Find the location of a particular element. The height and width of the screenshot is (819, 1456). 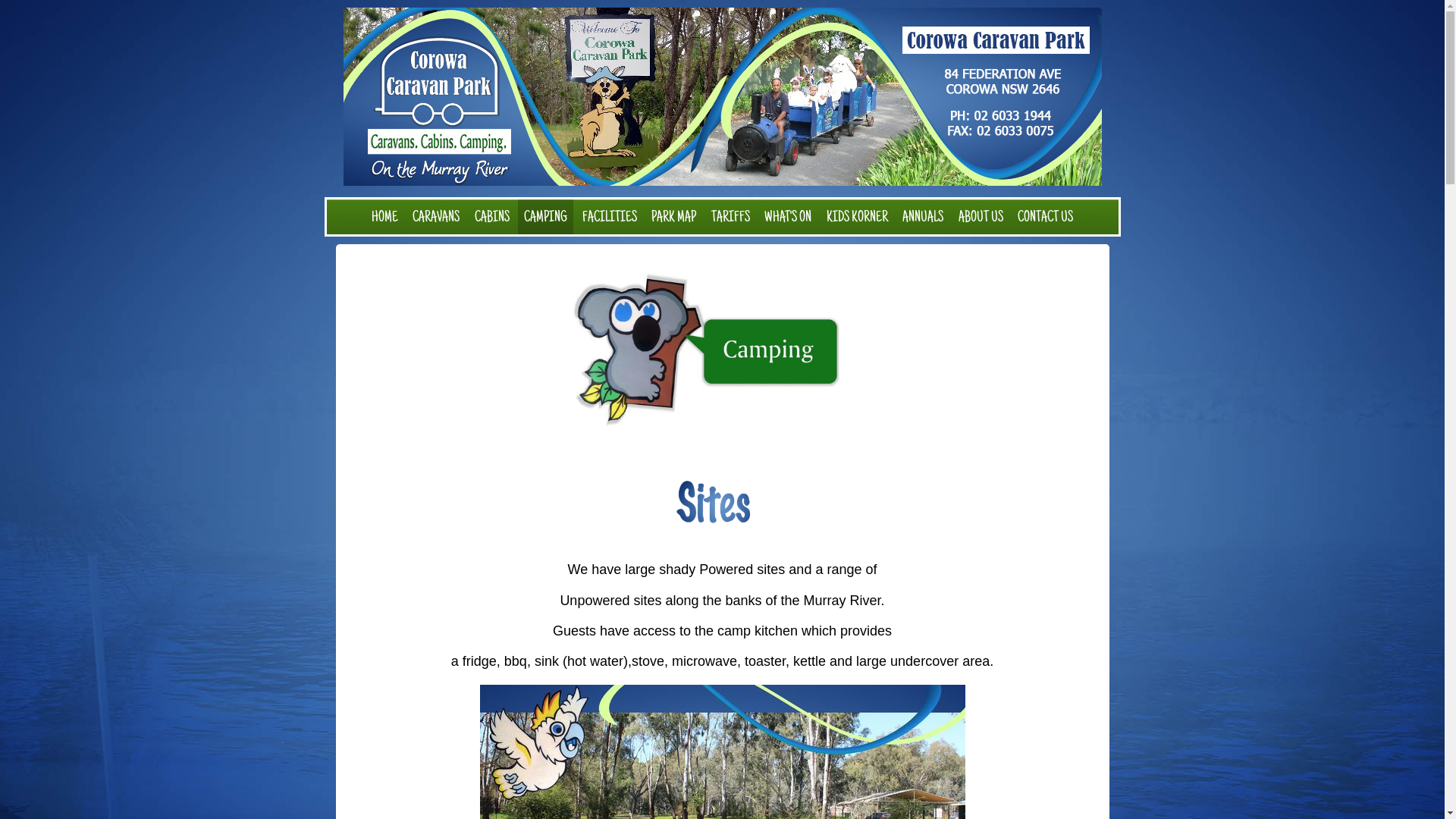

'FACILITIES' is located at coordinates (609, 217).